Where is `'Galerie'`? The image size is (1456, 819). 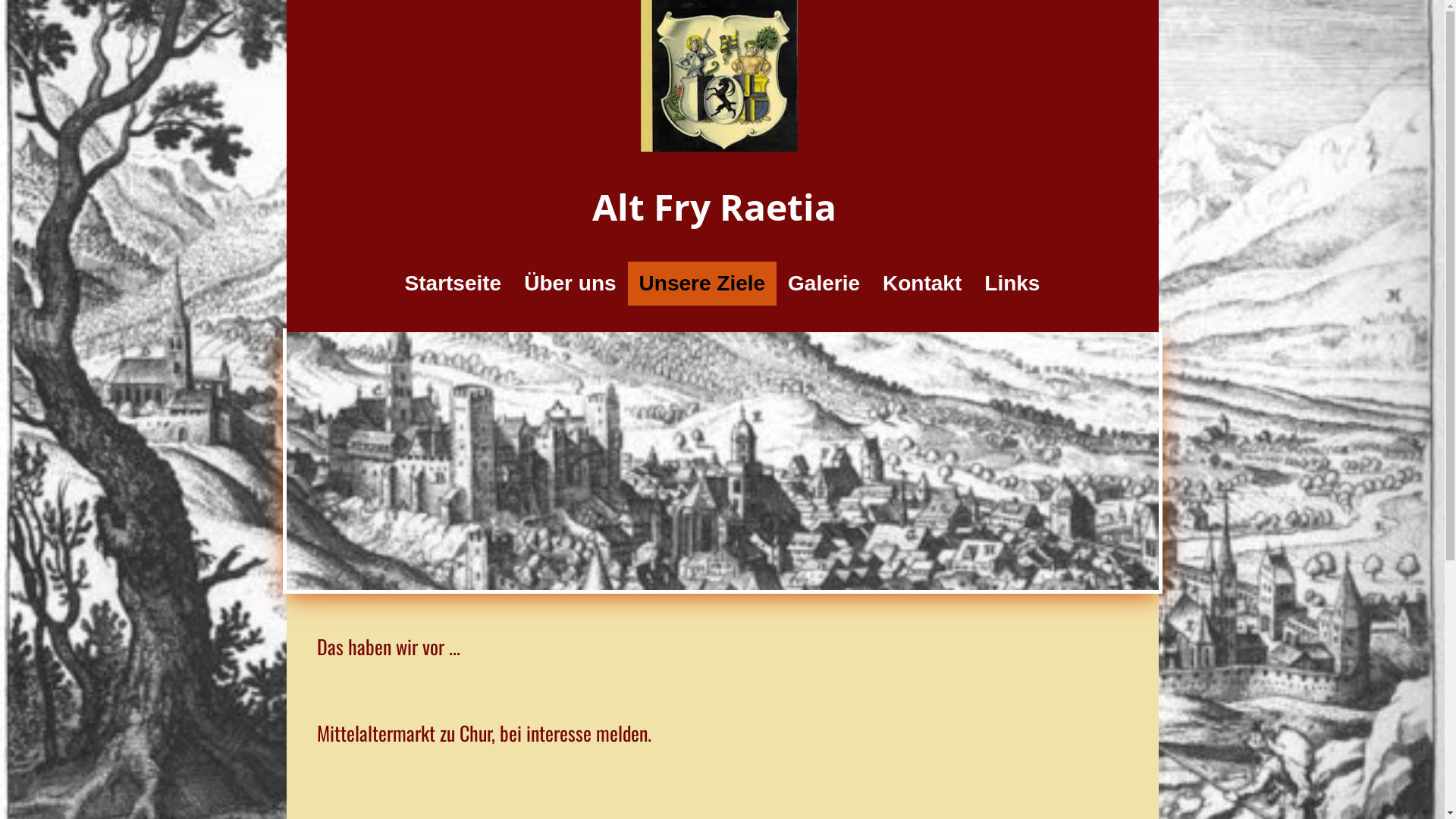
'Galerie' is located at coordinates (823, 284).